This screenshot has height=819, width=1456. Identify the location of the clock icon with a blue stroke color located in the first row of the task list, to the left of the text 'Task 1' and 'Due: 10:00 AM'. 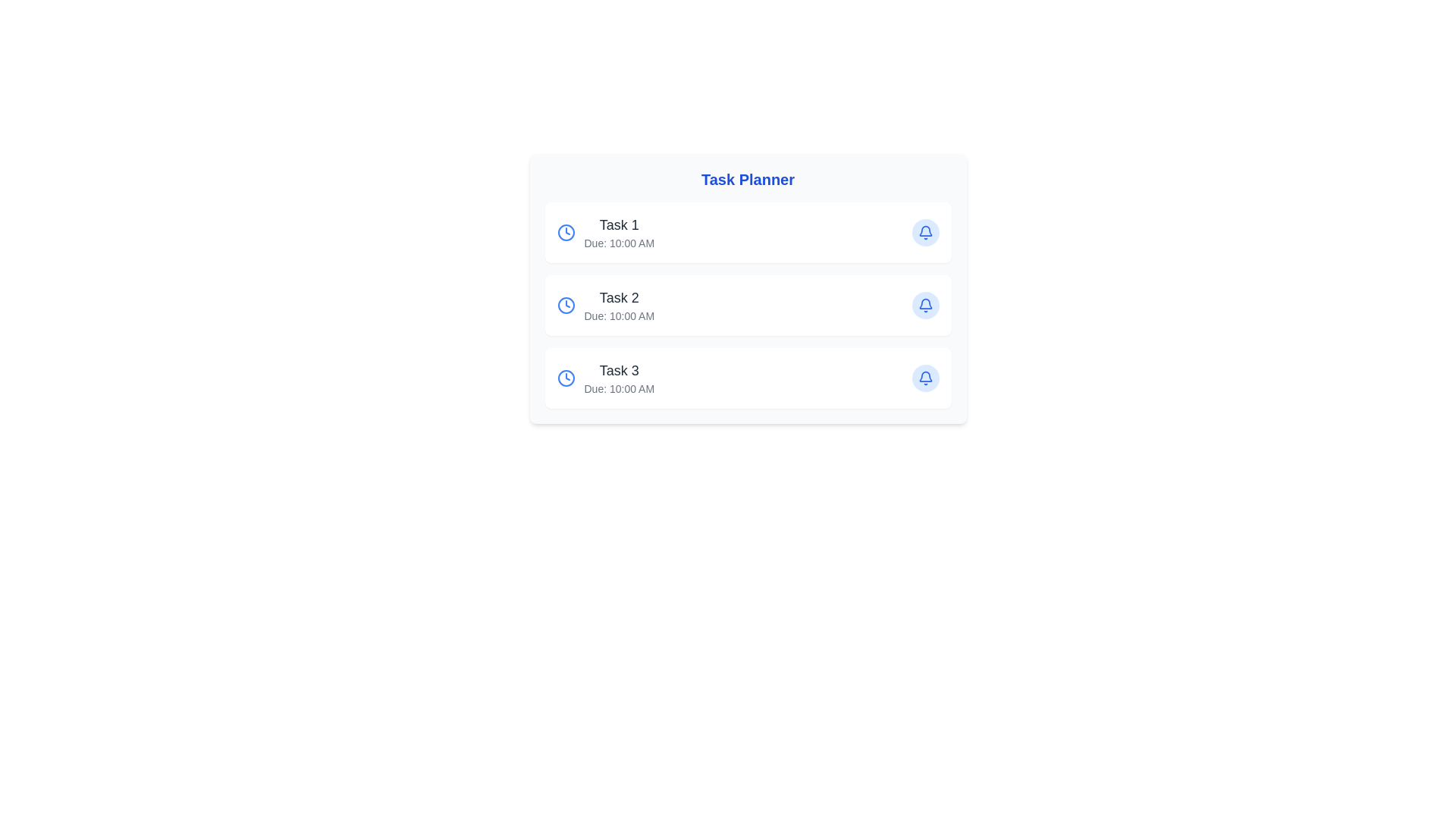
(565, 233).